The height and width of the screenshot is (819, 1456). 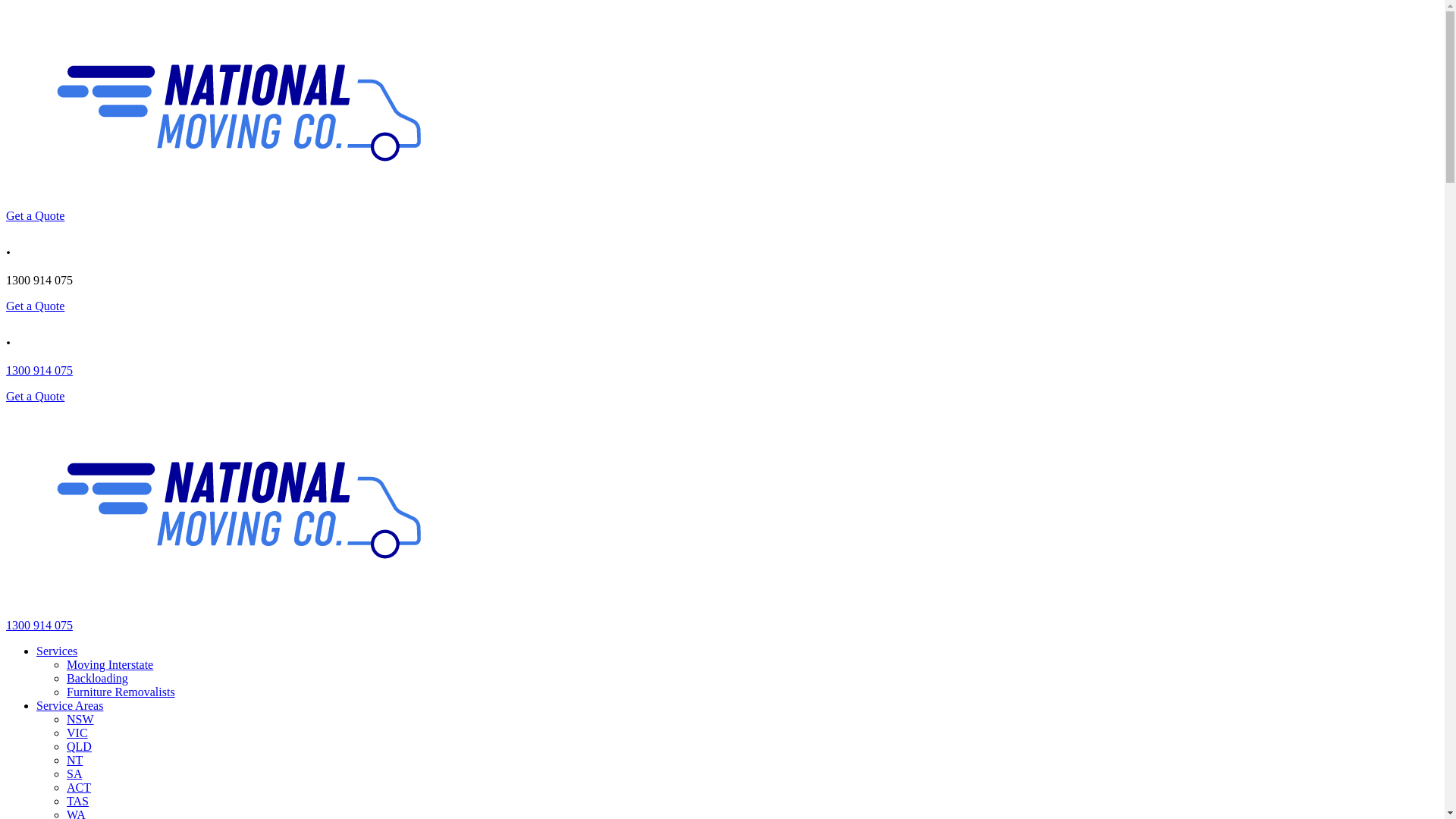 I want to click on 'Get a Quote', so click(x=35, y=306).